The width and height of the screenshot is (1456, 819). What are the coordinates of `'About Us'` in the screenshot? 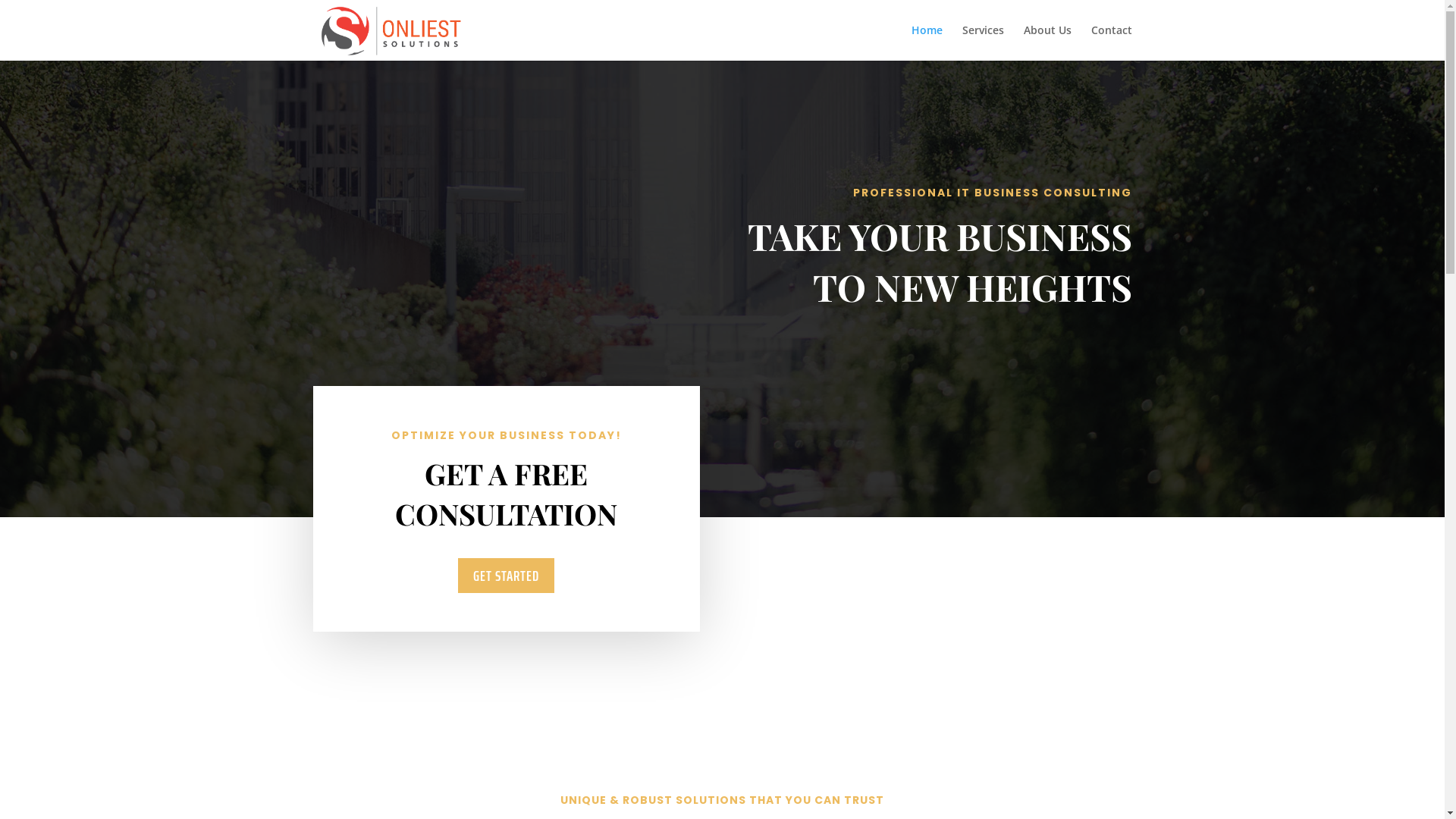 It's located at (1023, 42).